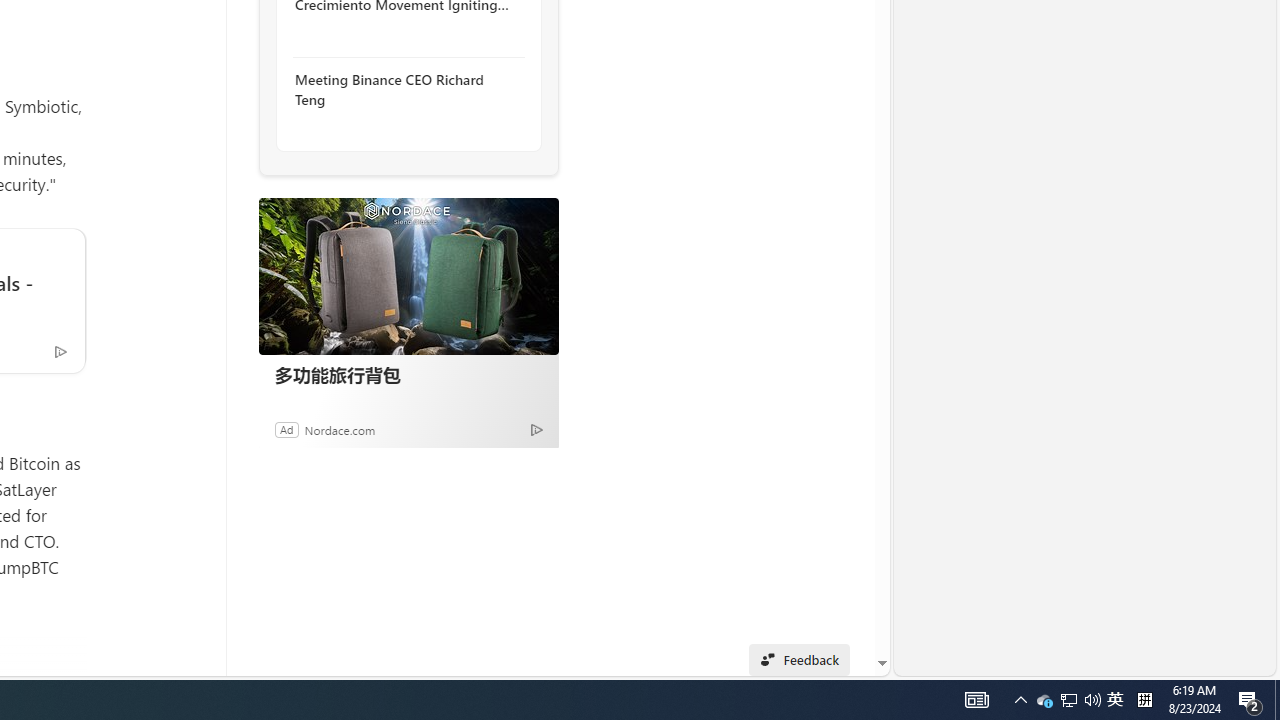  What do you see at coordinates (402, 88) in the screenshot?
I see `'Meeting Binance CEO Richard Teng'` at bounding box center [402, 88].